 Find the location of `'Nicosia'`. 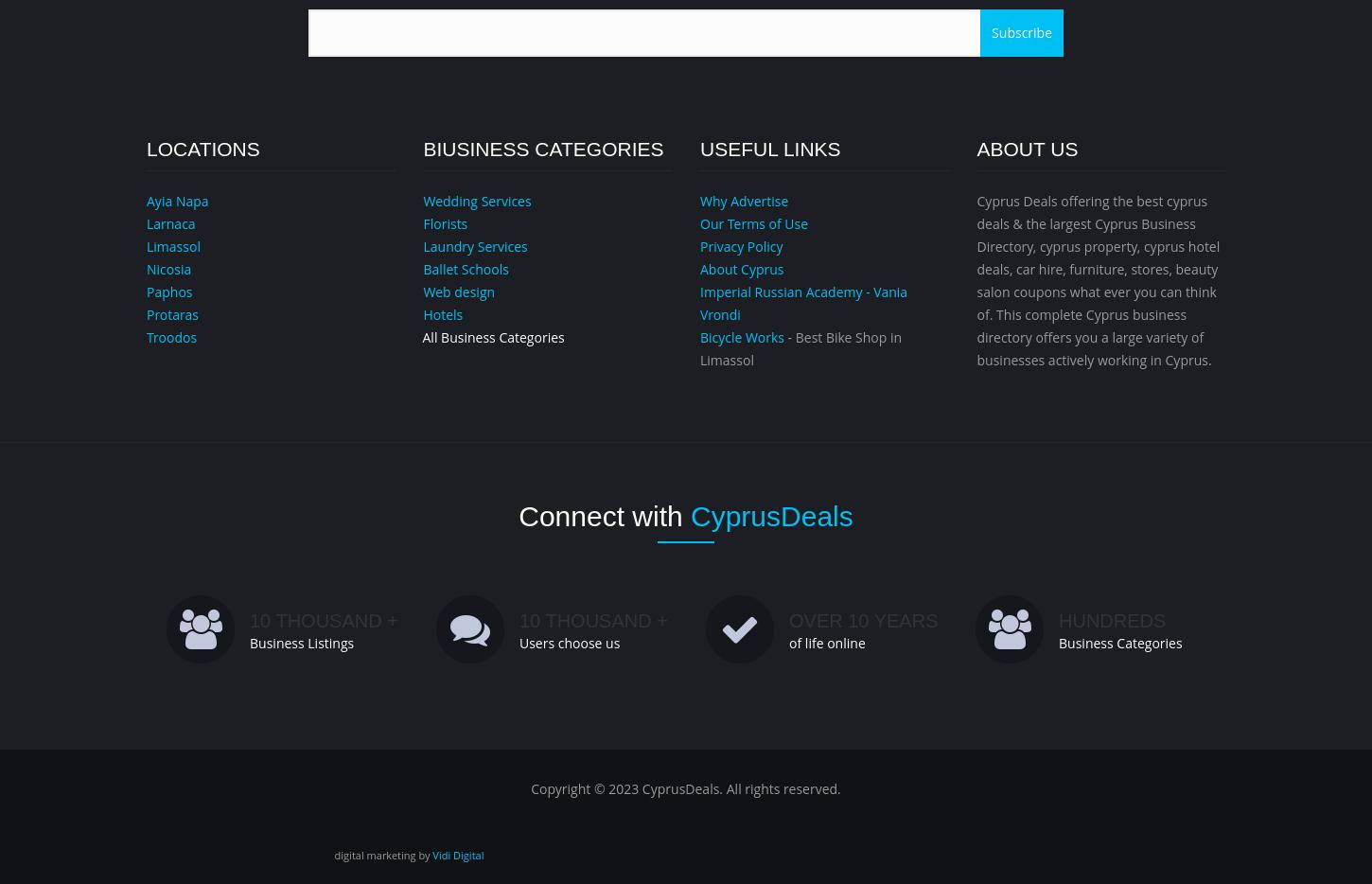

'Nicosia' is located at coordinates (167, 268).